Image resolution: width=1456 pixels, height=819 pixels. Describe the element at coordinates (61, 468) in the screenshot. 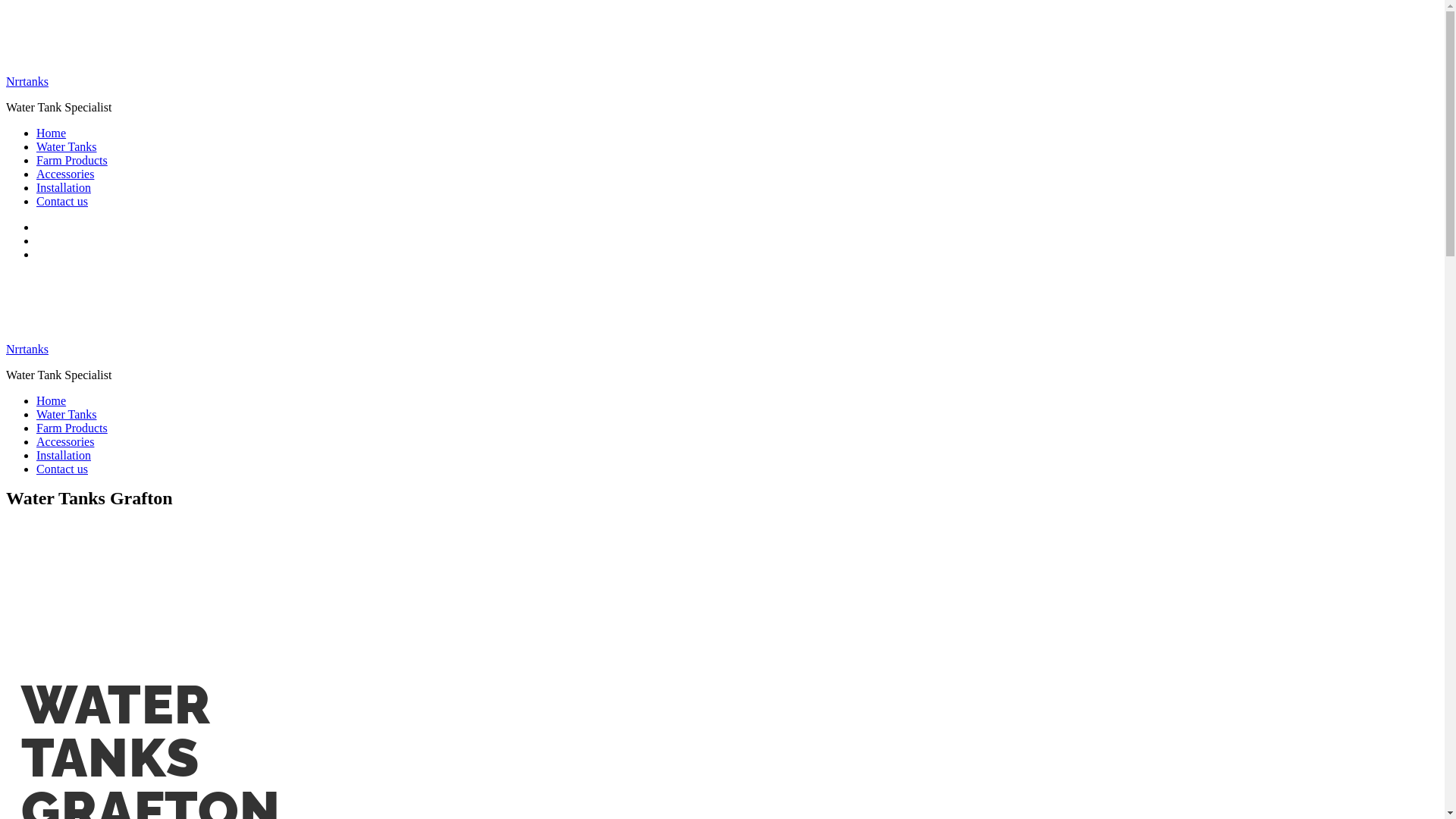

I see `'Contact us'` at that location.